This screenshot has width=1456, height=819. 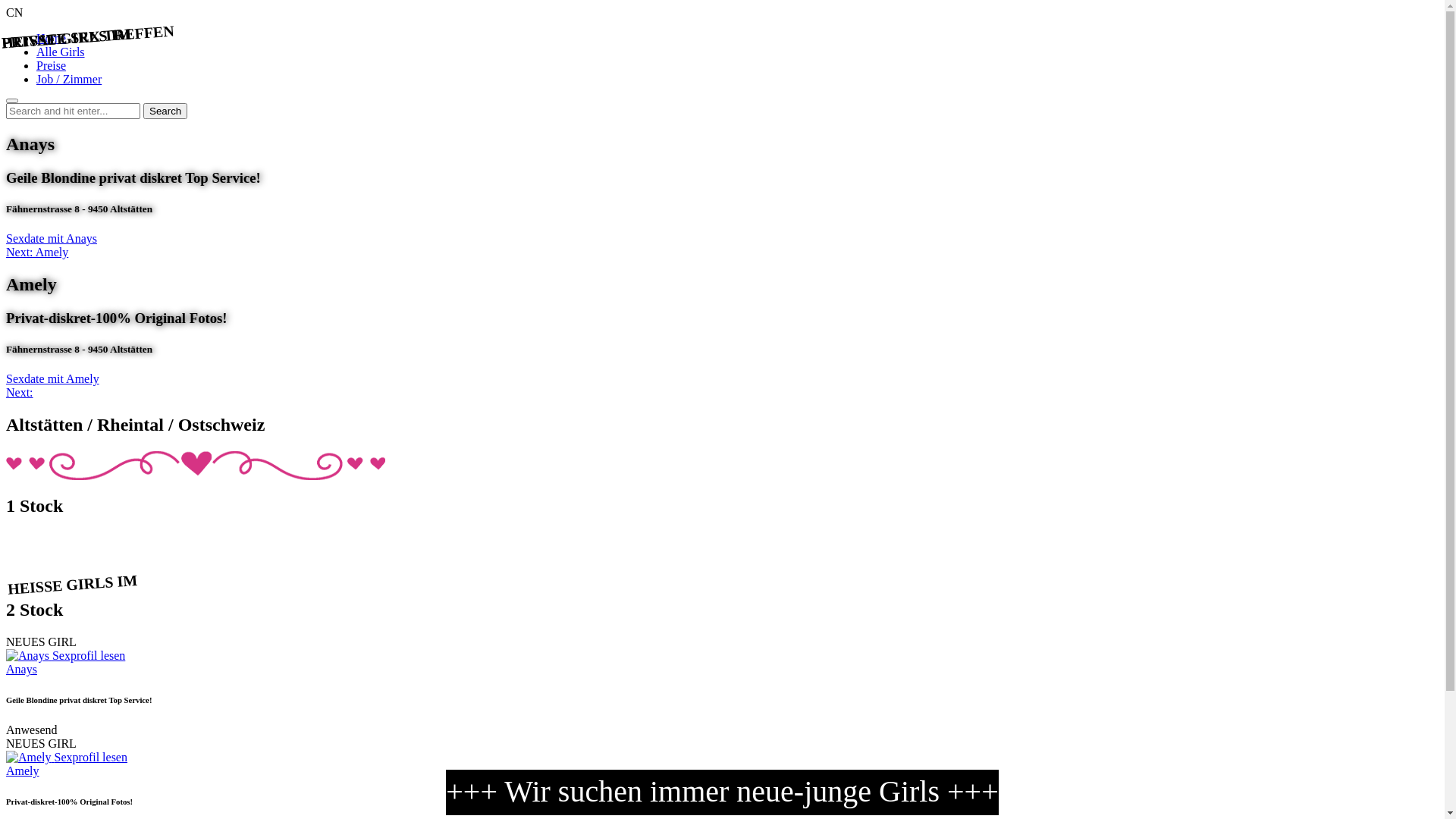 What do you see at coordinates (90, 757) in the screenshot?
I see `'Sexprofil lesen'` at bounding box center [90, 757].